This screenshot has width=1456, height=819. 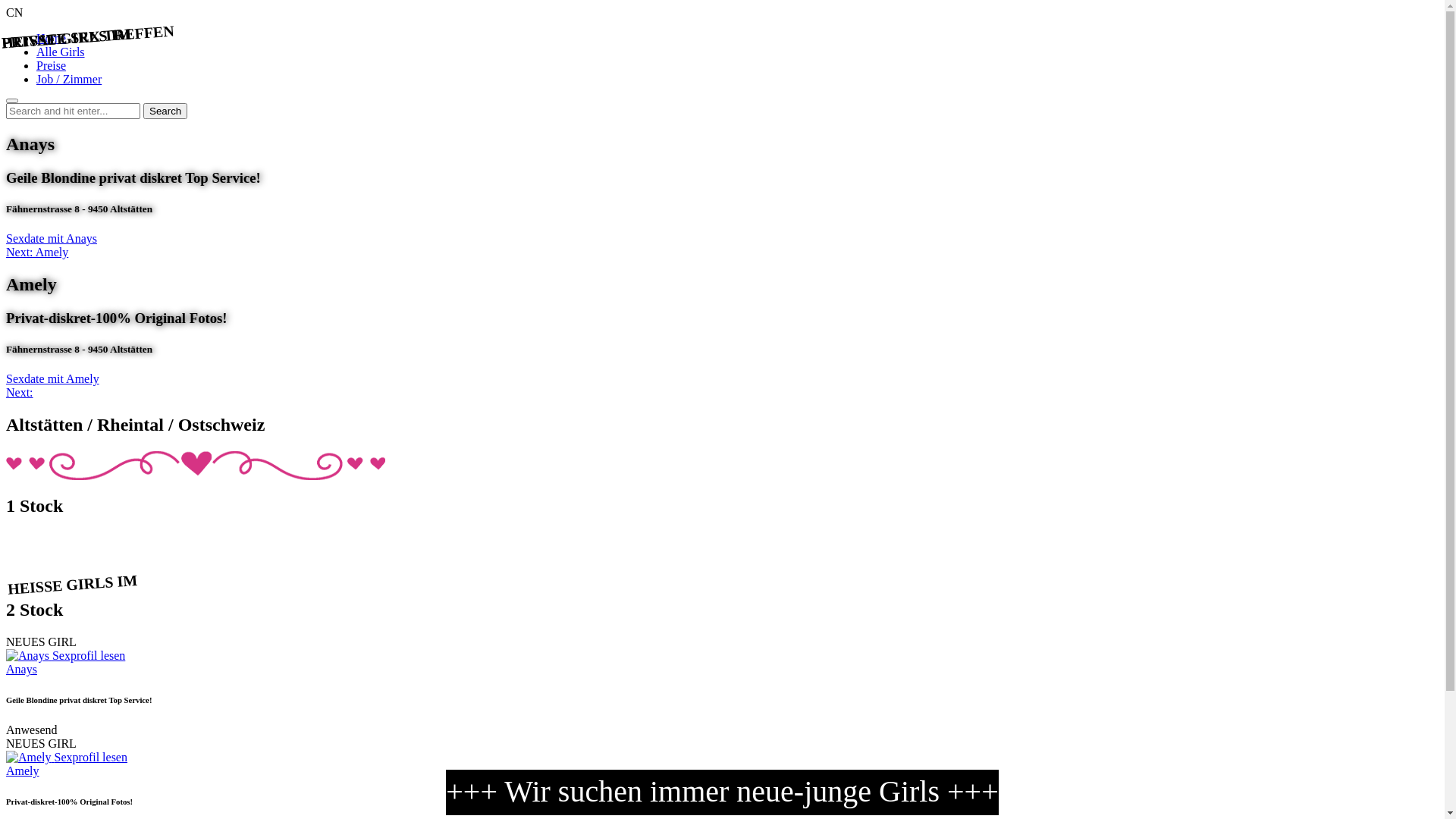 What do you see at coordinates (90, 757) in the screenshot?
I see `'Sexprofil lesen'` at bounding box center [90, 757].